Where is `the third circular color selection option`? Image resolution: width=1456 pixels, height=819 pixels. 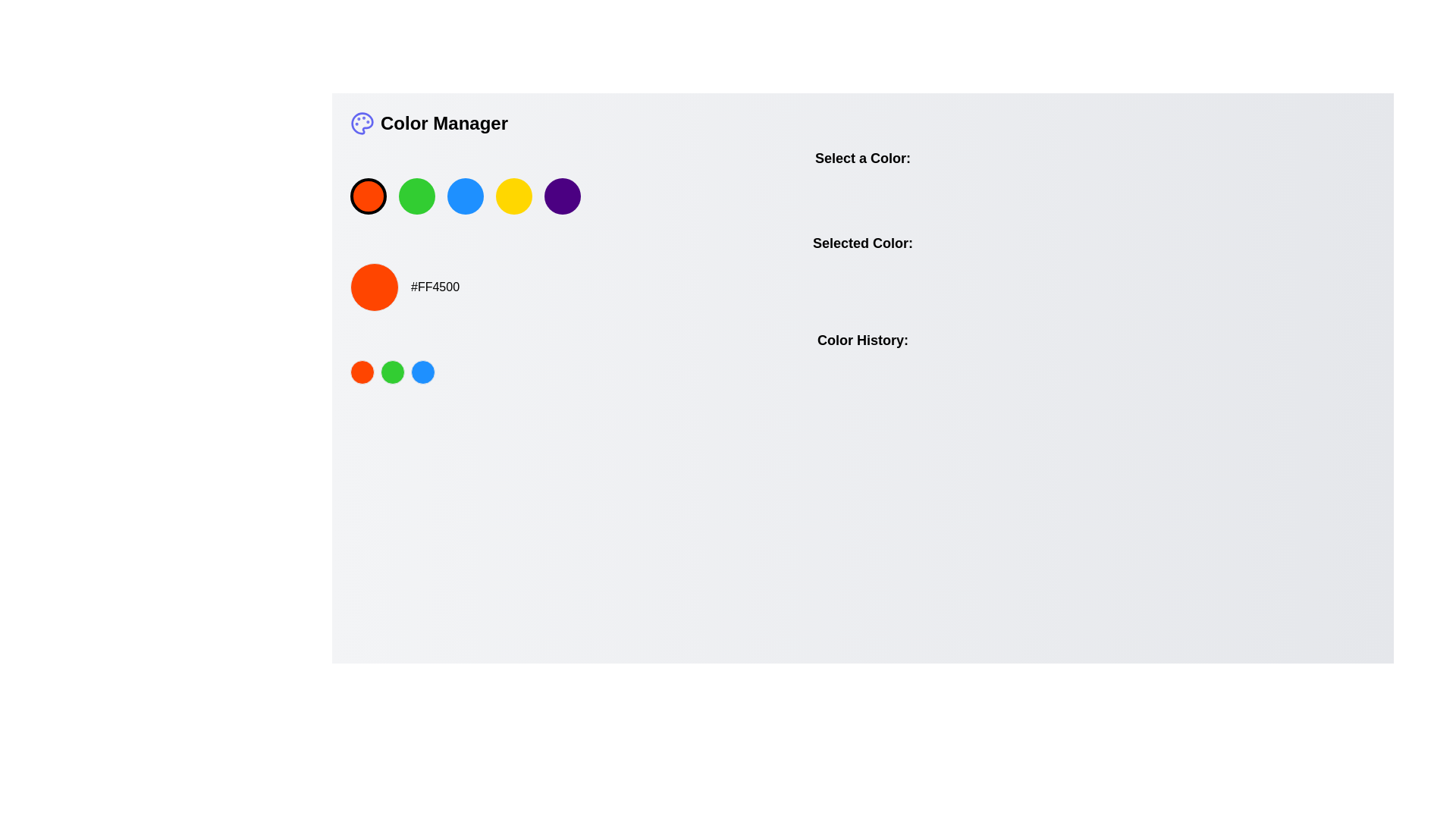 the third circular color selection option is located at coordinates (465, 195).